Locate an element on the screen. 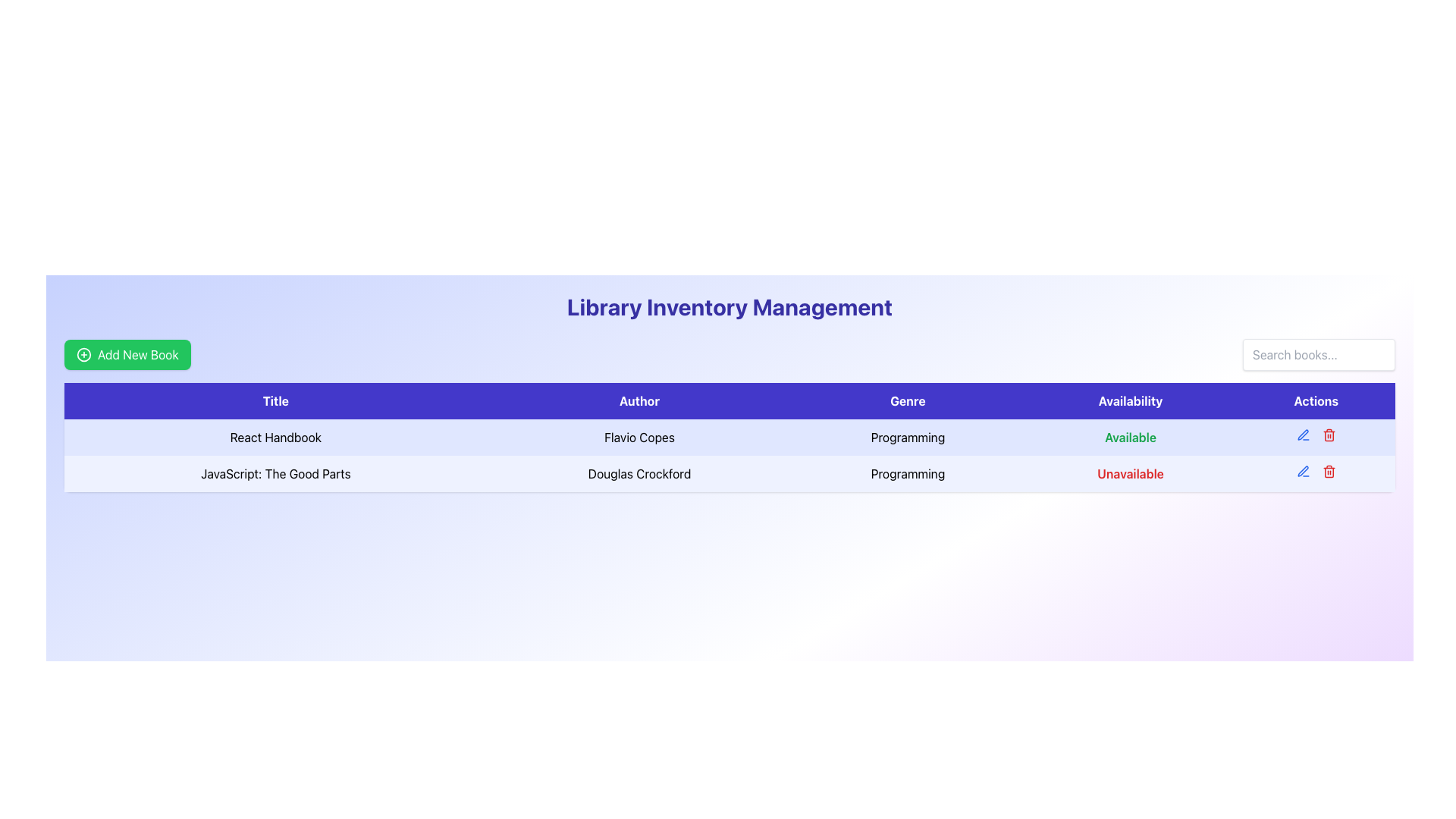 The height and width of the screenshot is (819, 1456). the red-colored text label that says 'Unavailable' in the Availability column of the second row in the data table is located at coordinates (1131, 472).